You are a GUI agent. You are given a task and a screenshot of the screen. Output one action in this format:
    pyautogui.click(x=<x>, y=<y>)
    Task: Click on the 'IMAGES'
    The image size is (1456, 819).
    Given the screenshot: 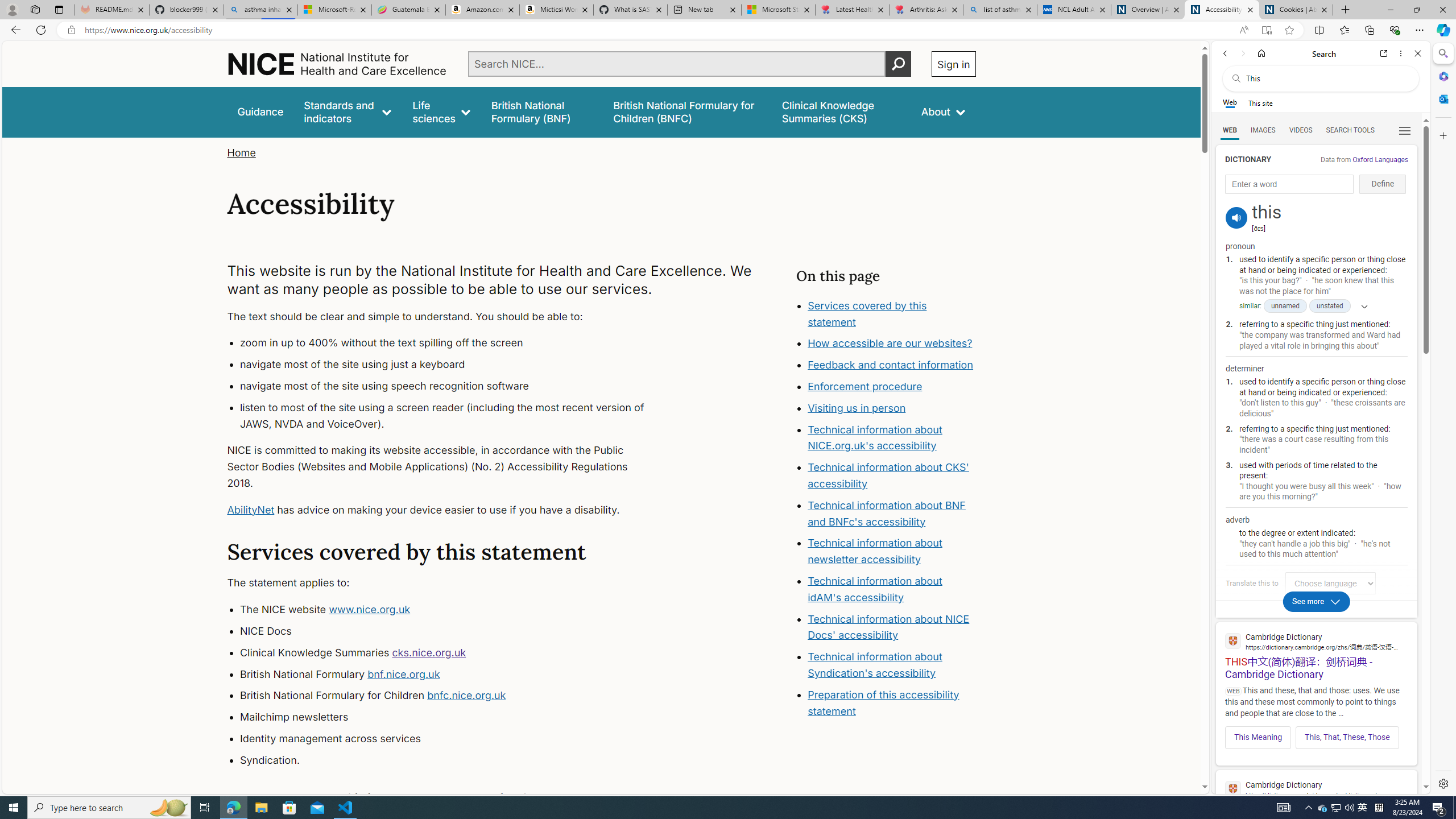 What is the action you would take?
    pyautogui.click(x=1262, y=130)
    